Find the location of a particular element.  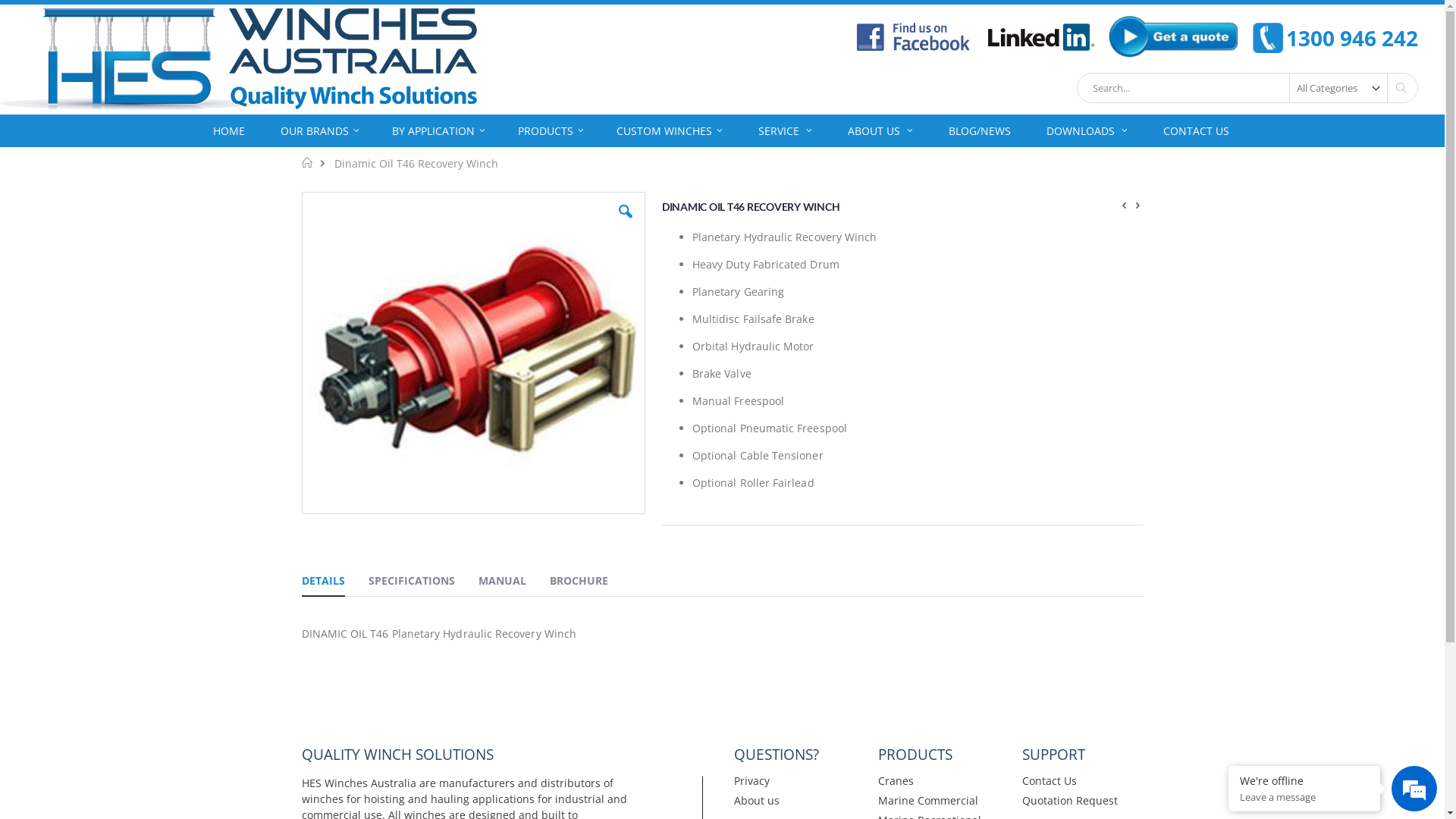

'Cranes' is located at coordinates (896, 780).